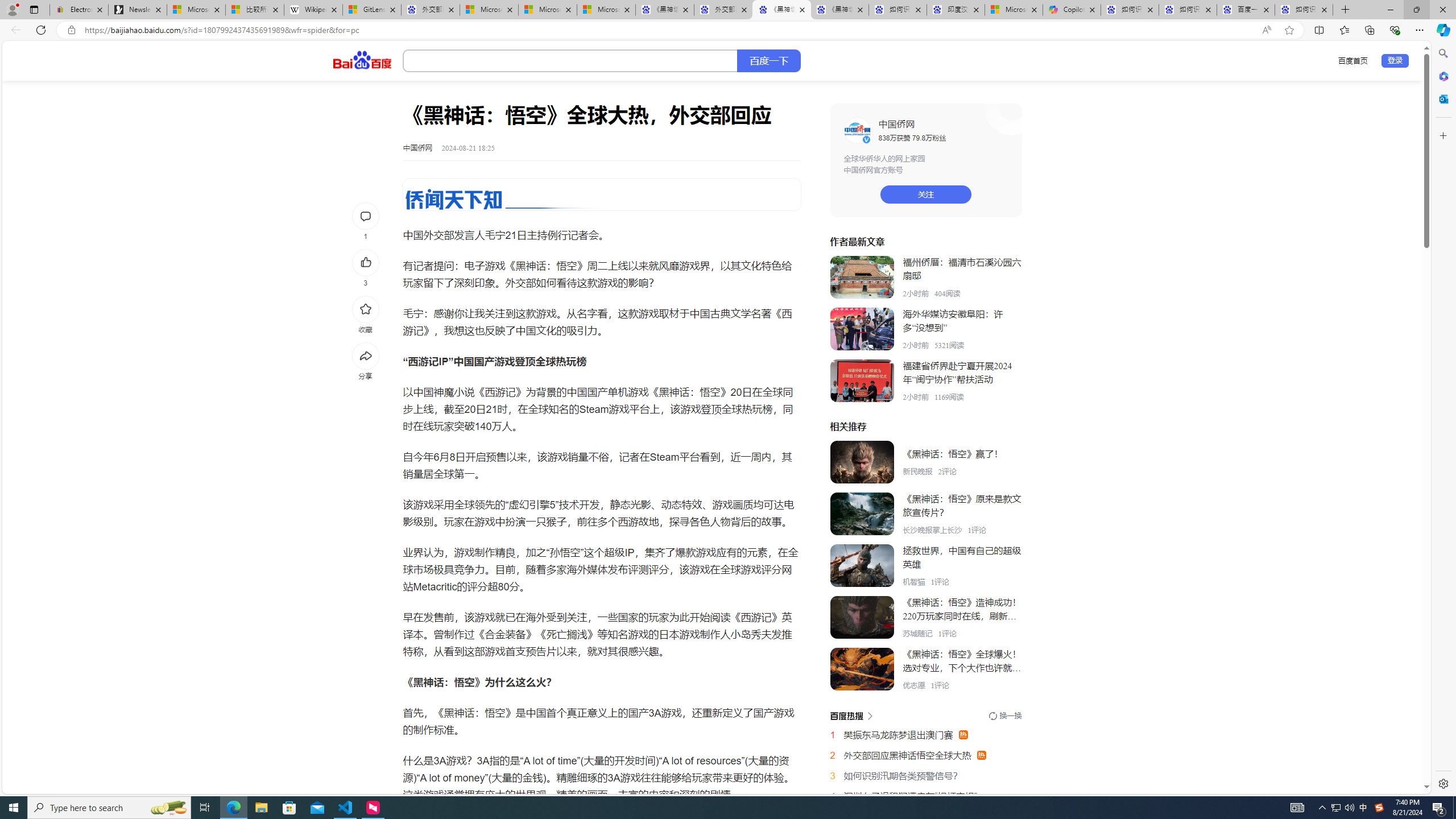 This screenshot has width=1456, height=819. Describe the element at coordinates (570, 61) in the screenshot. I see `'Class: _2C4fV'` at that location.